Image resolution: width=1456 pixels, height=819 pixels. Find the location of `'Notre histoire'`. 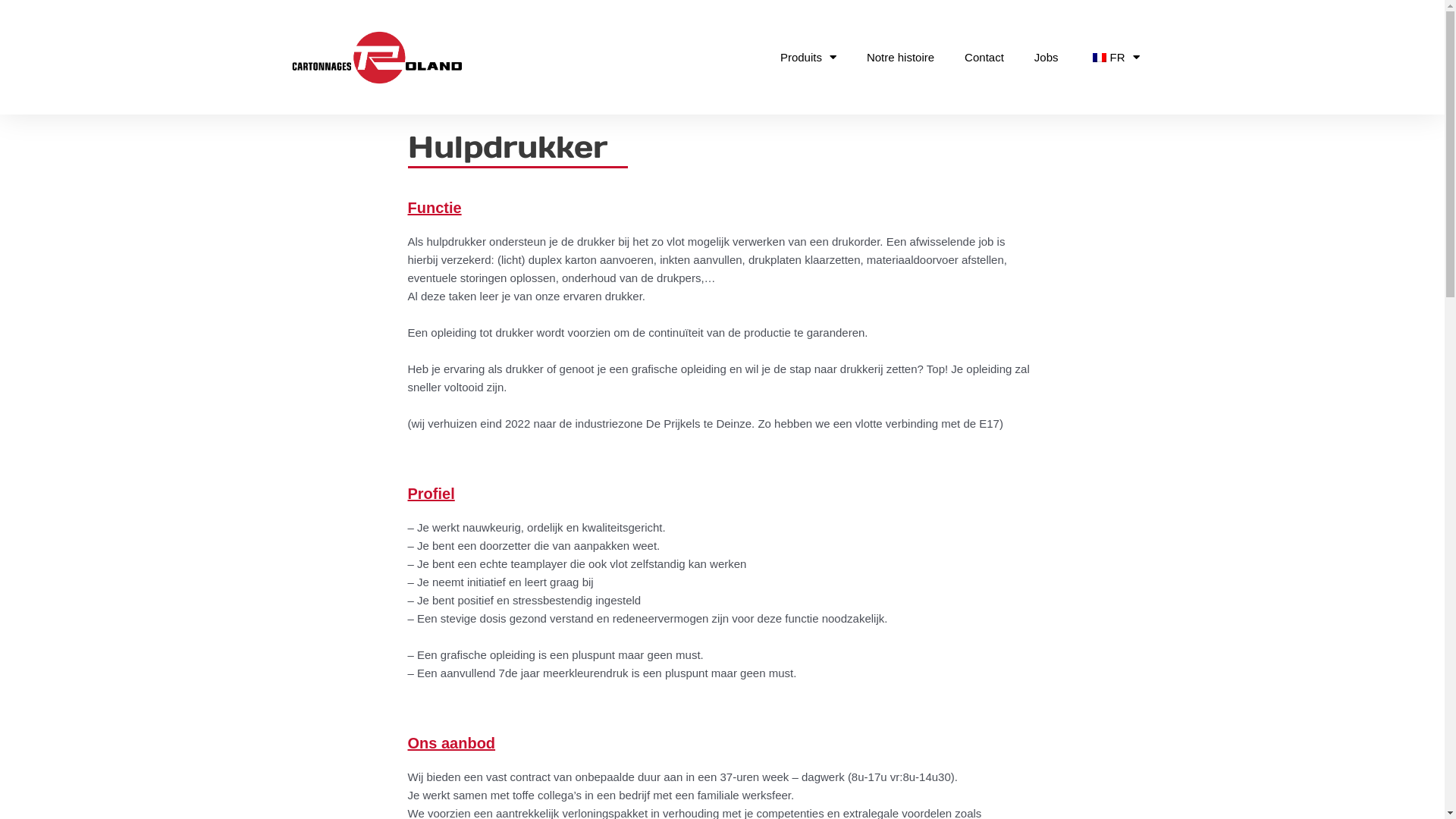

'Notre histoire' is located at coordinates (900, 57).